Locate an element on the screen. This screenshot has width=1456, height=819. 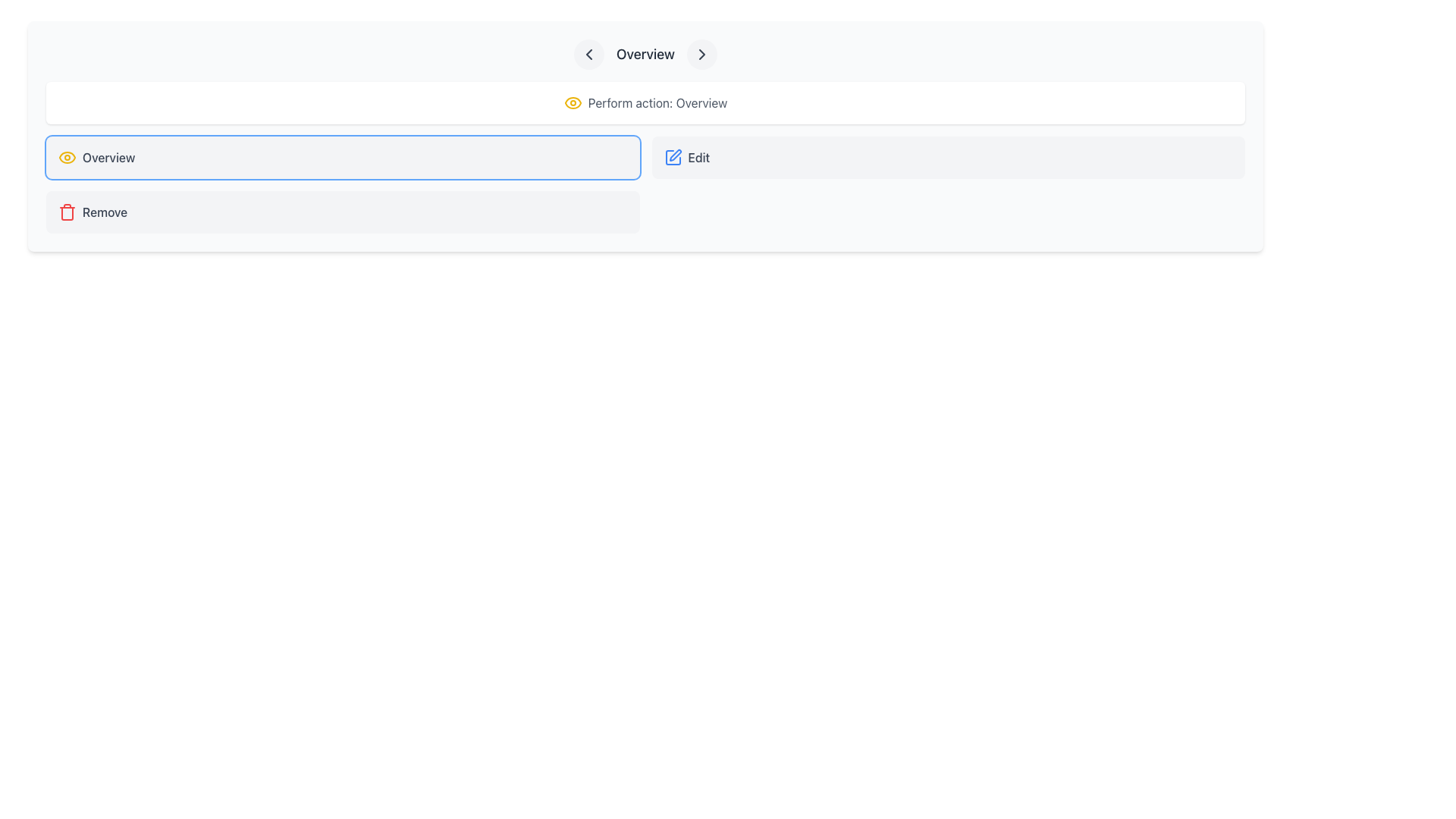
the static text label reading 'Remove', which is positioned immediately to the right of the trash icon in the lower section of the interface is located at coordinates (104, 212).